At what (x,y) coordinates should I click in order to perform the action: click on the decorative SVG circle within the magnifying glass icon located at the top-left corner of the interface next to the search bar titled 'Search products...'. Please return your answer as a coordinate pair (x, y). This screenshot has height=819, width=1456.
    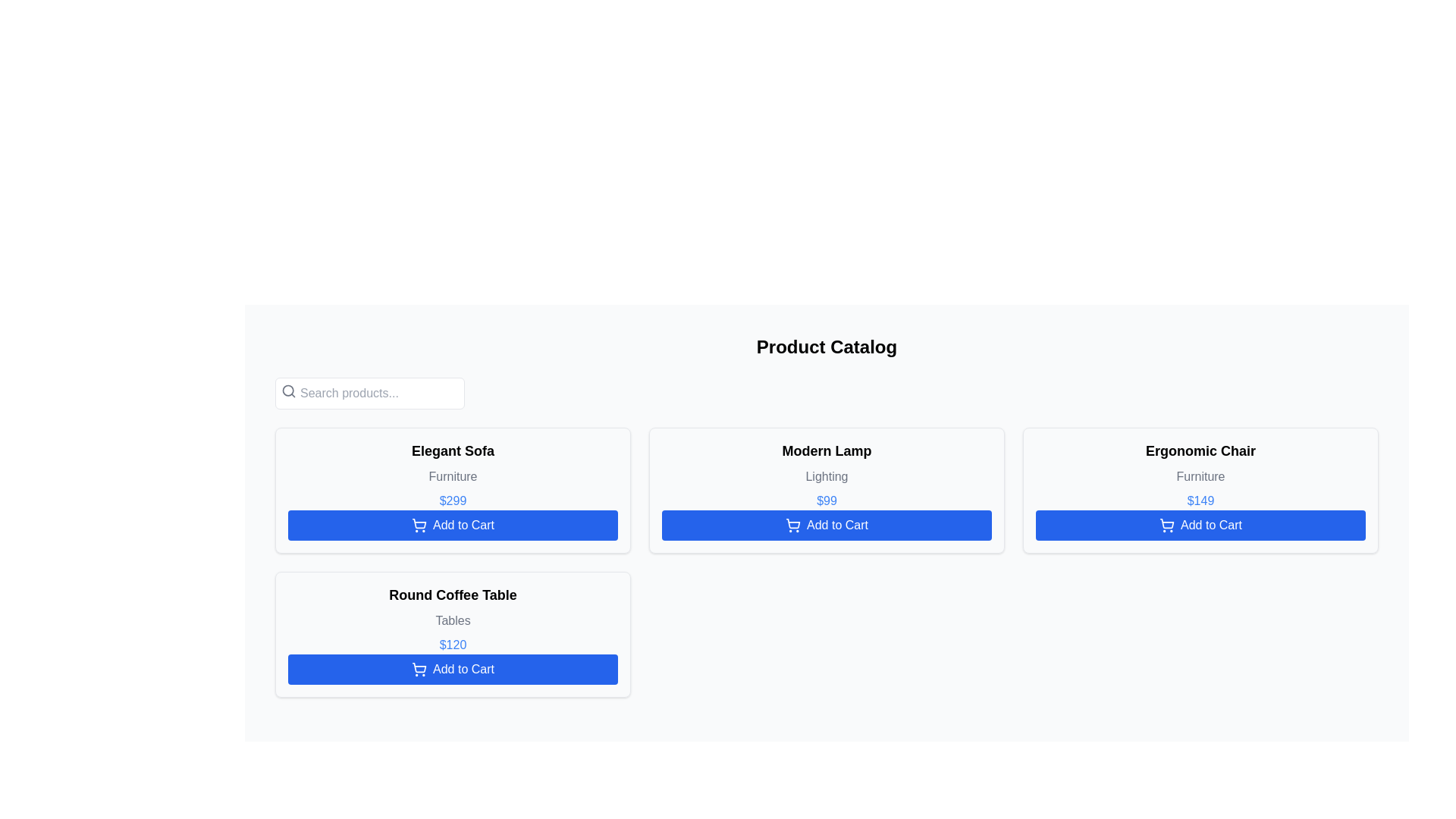
    Looking at the image, I should click on (288, 390).